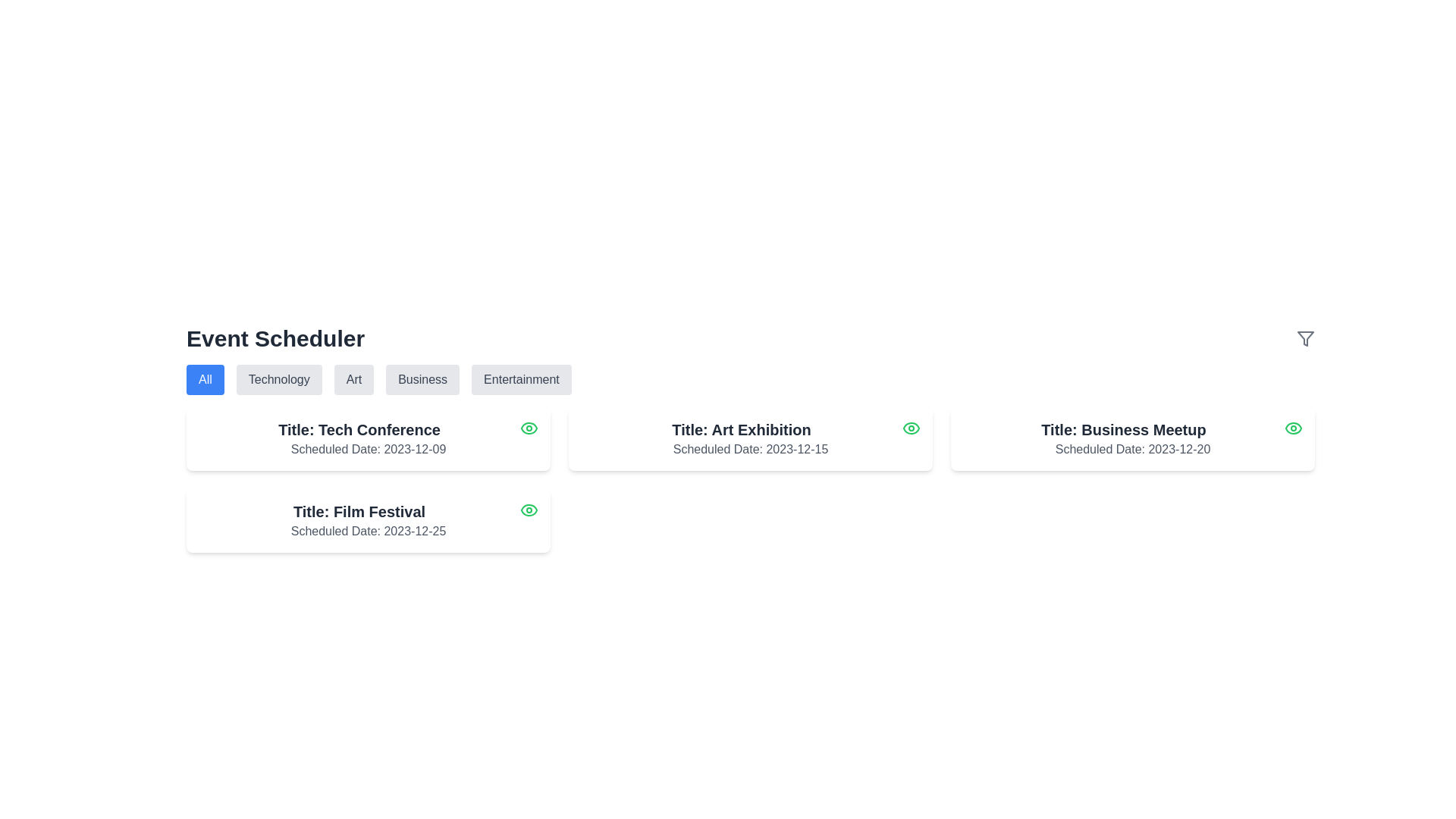  Describe the element at coordinates (368, 531) in the screenshot. I see `text label displaying 'Scheduled Date: 2023-12-25', which is styled in gray and located below the title 'Title: Film Festival' in the Event Scheduler card` at that location.